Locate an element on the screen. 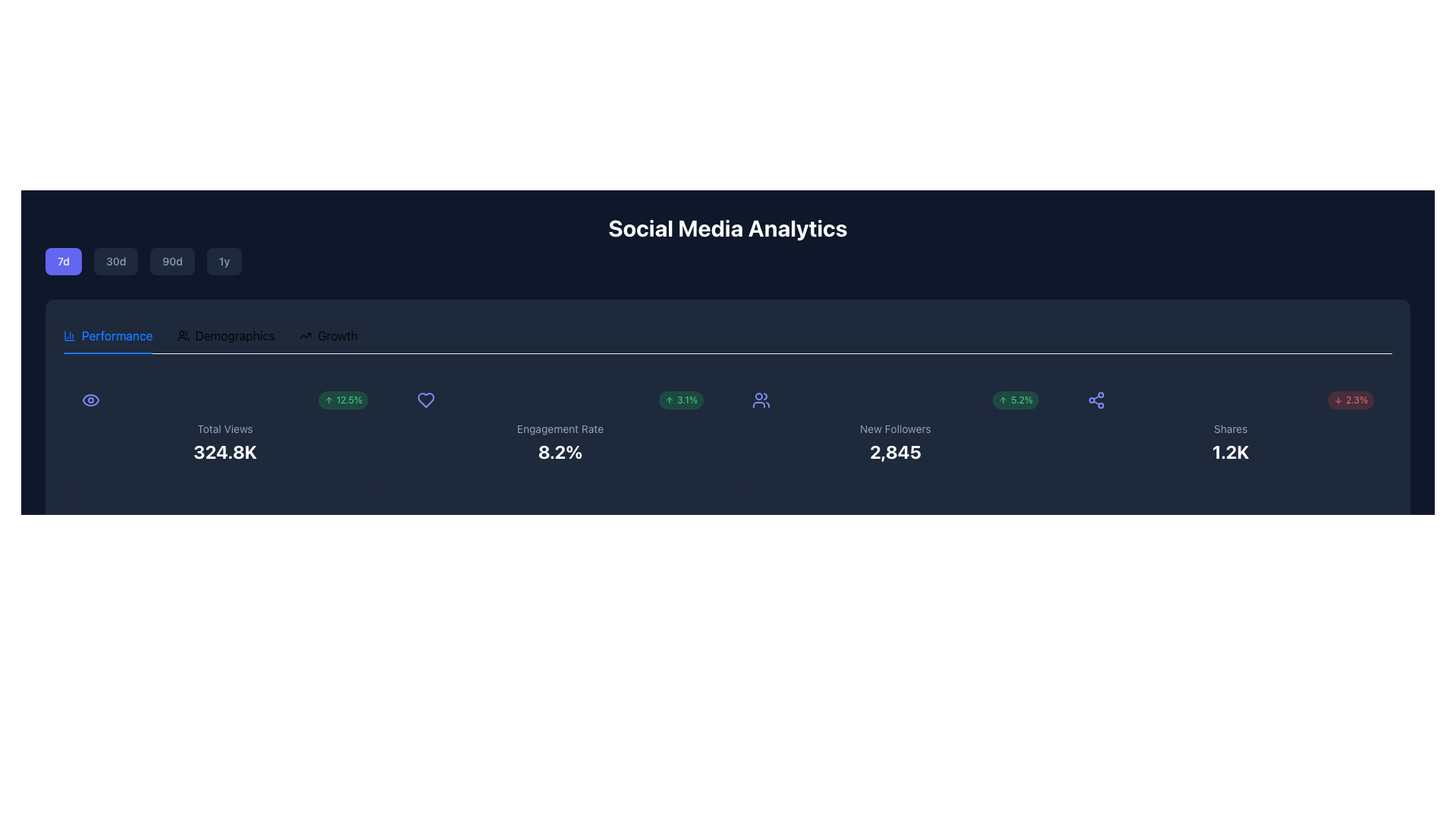  the first button in a horizontal row used for selecting a 7-day time range for filtering data, located near the upper-left corner of the page is located at coordinates (63, 260).